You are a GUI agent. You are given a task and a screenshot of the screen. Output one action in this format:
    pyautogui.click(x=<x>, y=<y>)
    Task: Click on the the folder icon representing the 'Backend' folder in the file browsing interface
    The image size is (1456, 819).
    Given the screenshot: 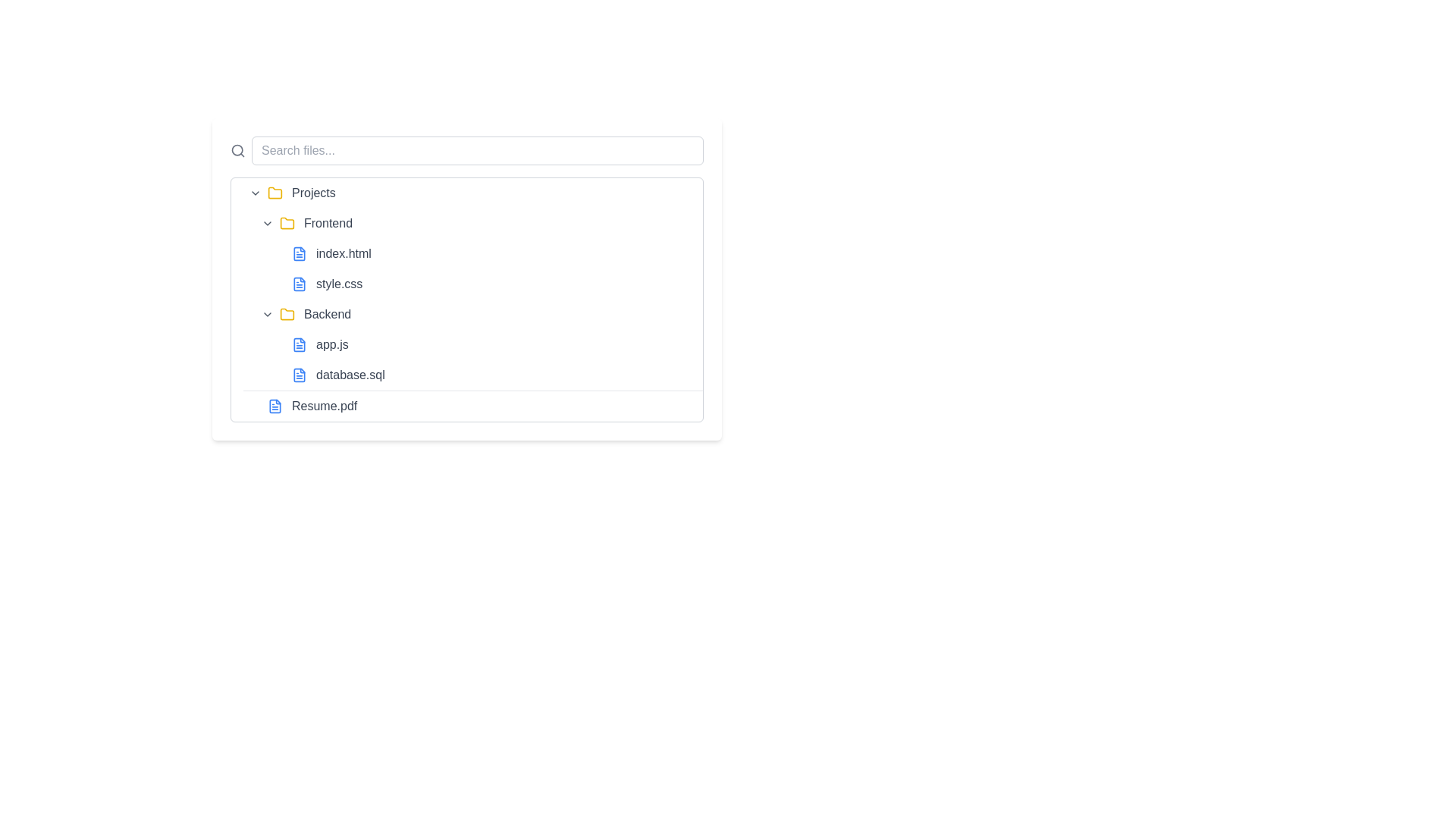 What is the action you would take?
    pyautogui.click(x=287, y=314)
    